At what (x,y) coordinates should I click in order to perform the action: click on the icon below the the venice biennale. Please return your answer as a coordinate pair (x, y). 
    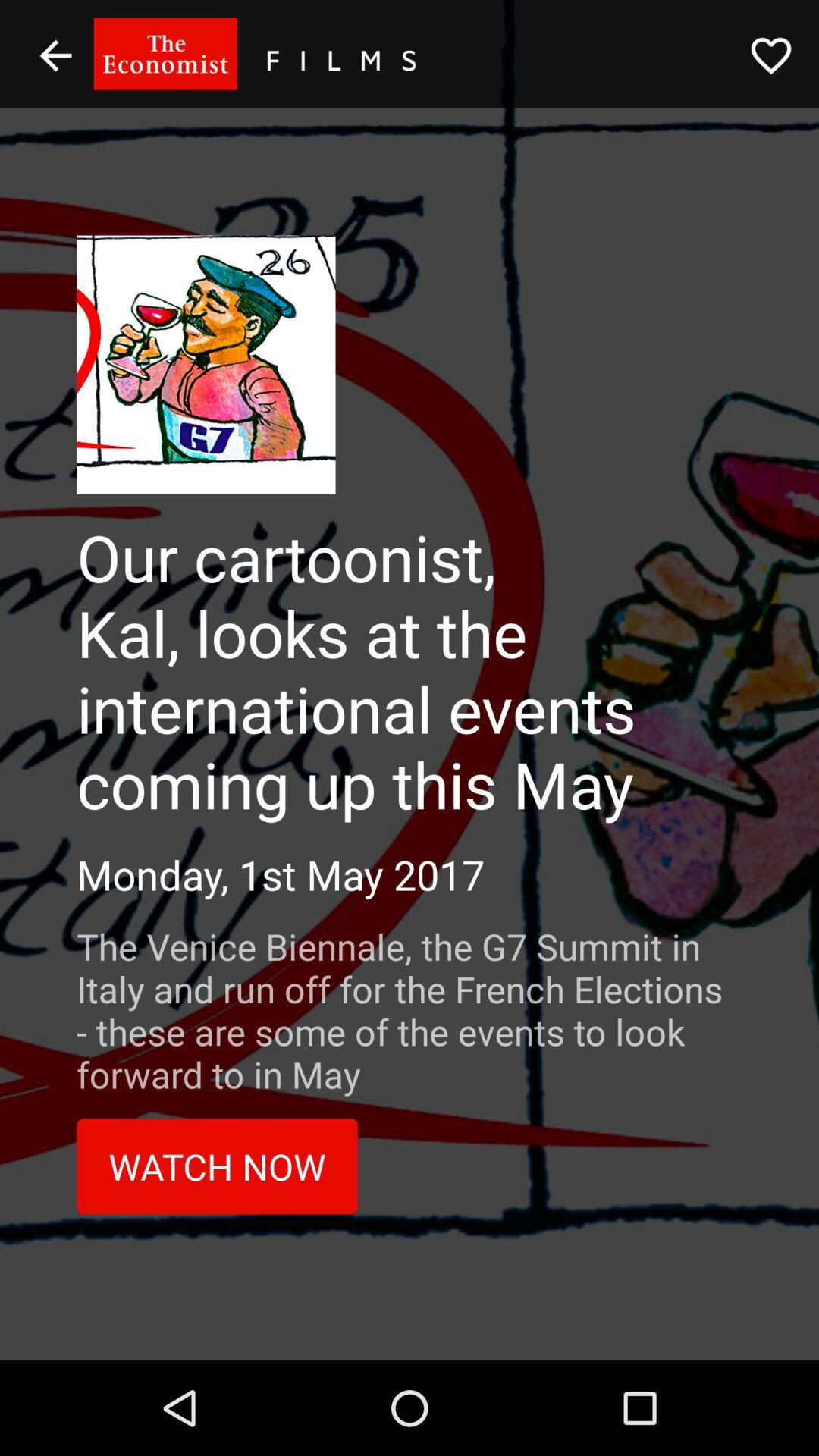
    Looking at the image, I should click on (217, 1166).